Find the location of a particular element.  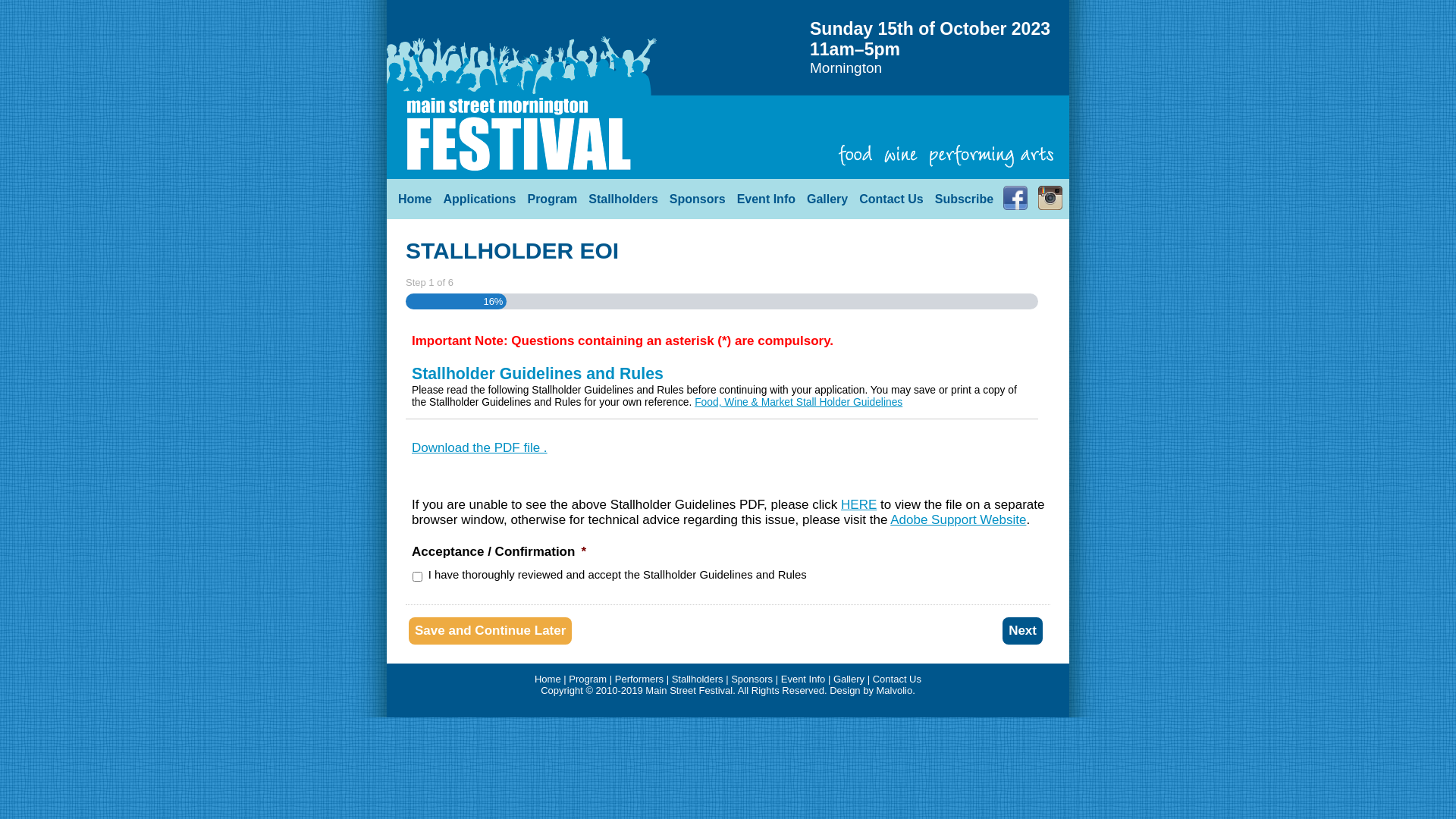

'Performers' is located at coordinates (639, 678).